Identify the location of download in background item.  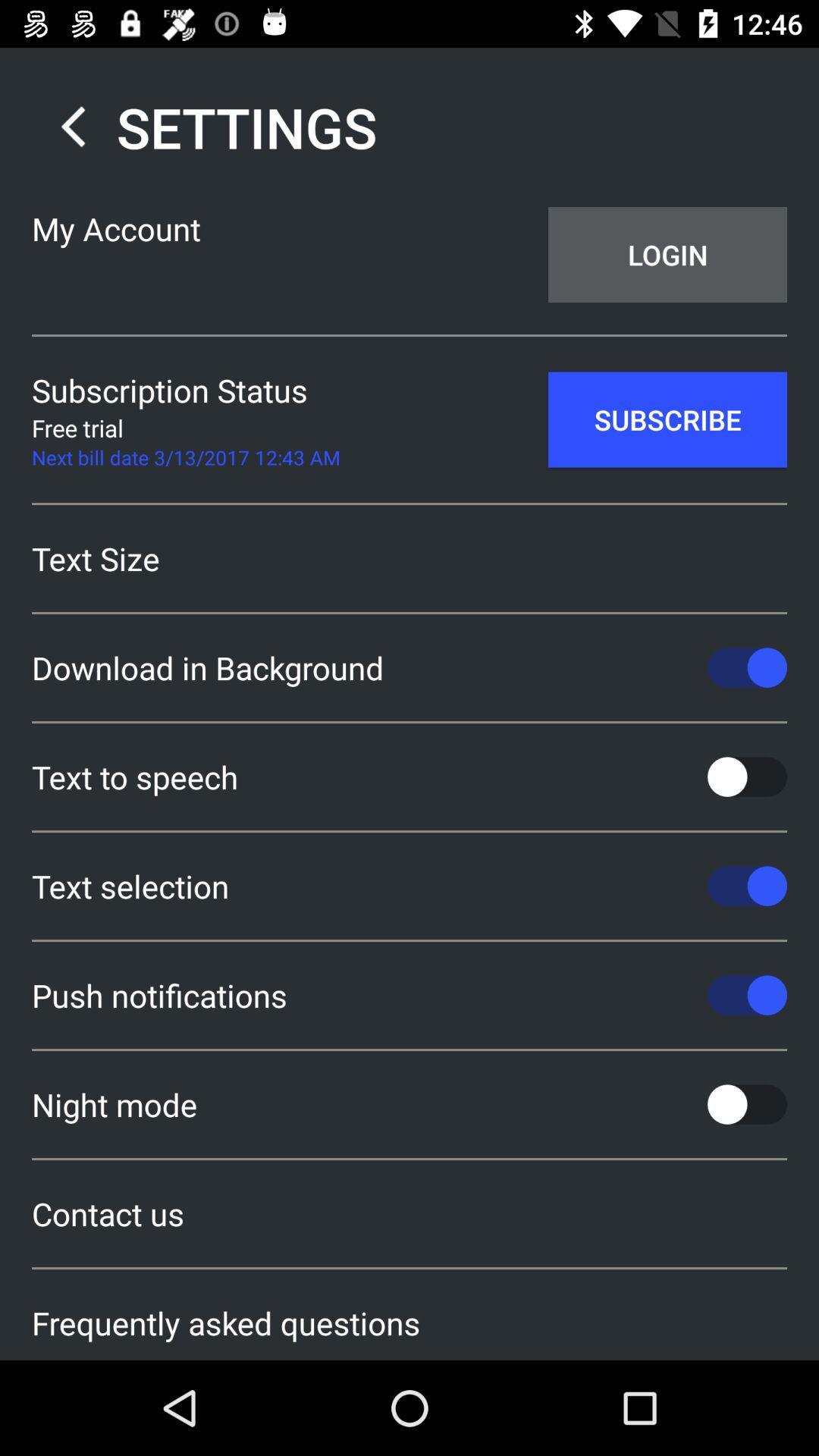
(409, 667).